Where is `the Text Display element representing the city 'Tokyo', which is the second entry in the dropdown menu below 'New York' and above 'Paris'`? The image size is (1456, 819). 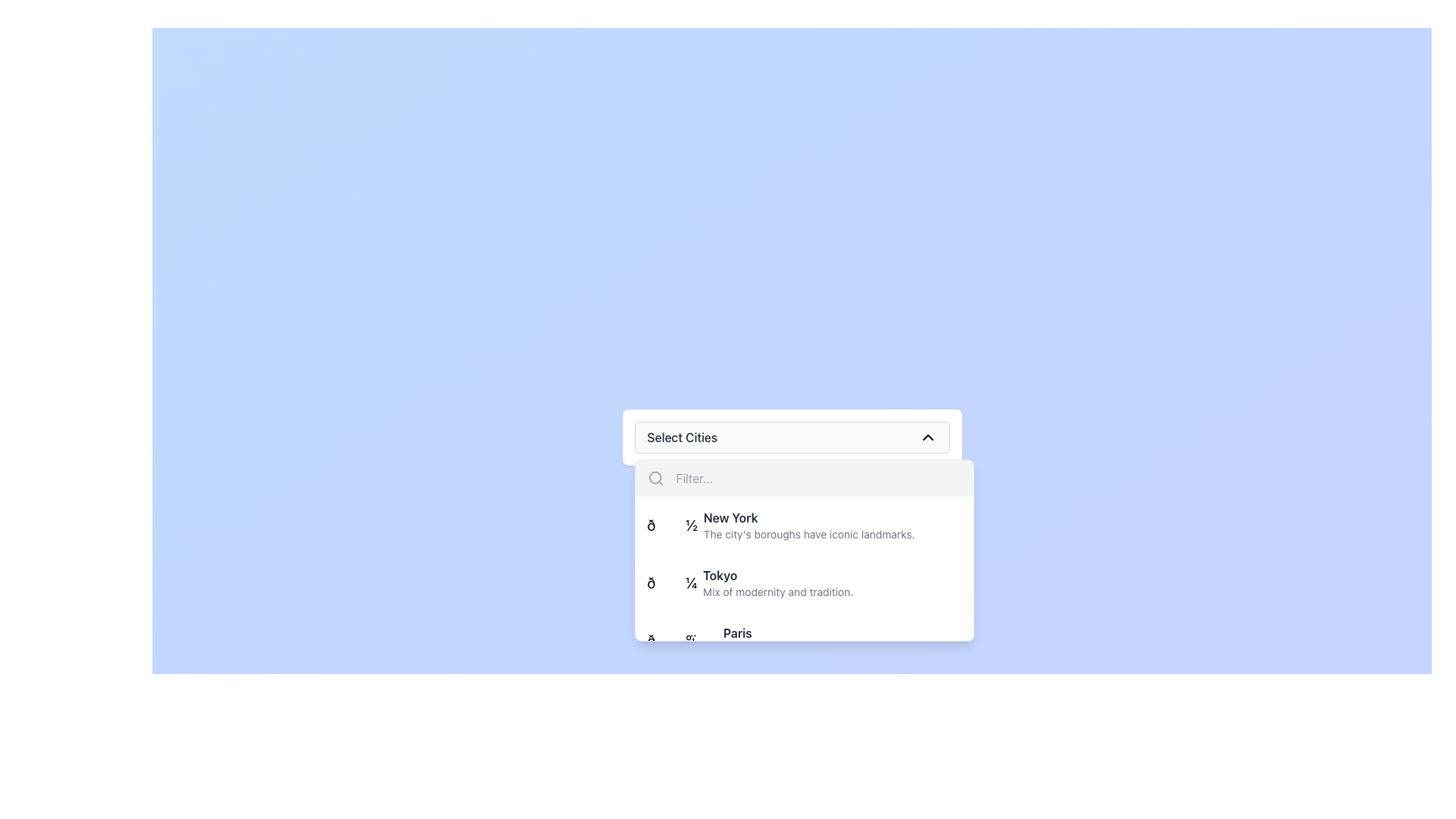 the Text Display element representing the city 'Tokyo', which is the second entry in the dropdown menu below 'New York' and above 'Paris' is located at coordinates (778, 582).